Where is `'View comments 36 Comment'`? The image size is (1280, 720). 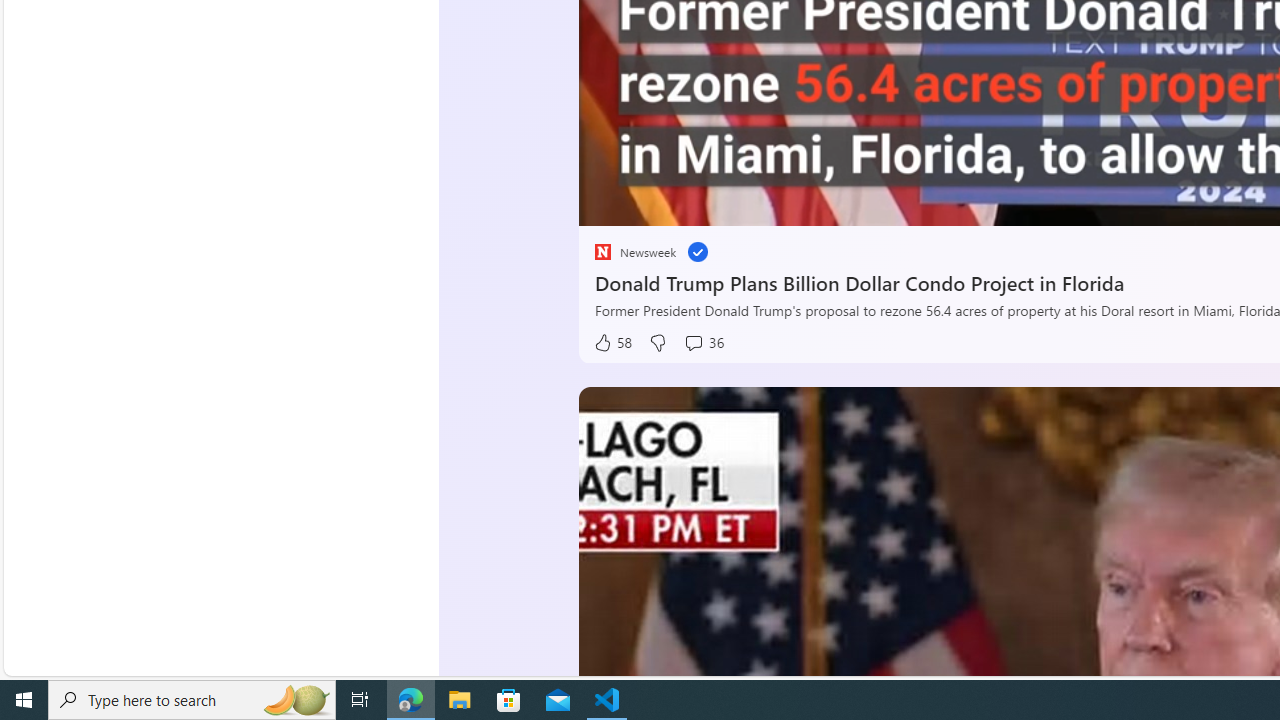
'View comments 36 Comment' is located at coordinates (703, 342).